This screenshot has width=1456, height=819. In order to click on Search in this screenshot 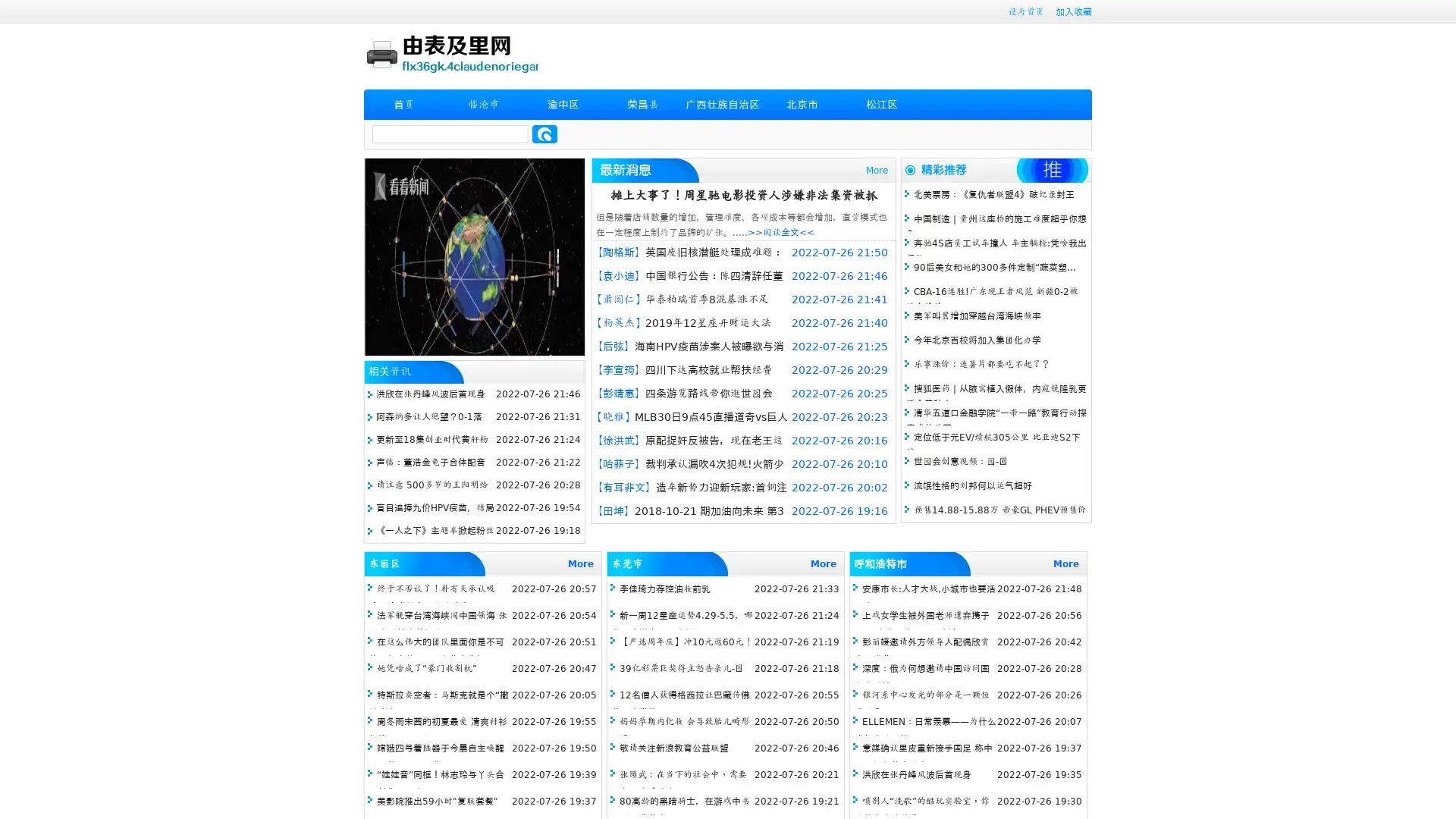, I will do `click(544, 133)`.